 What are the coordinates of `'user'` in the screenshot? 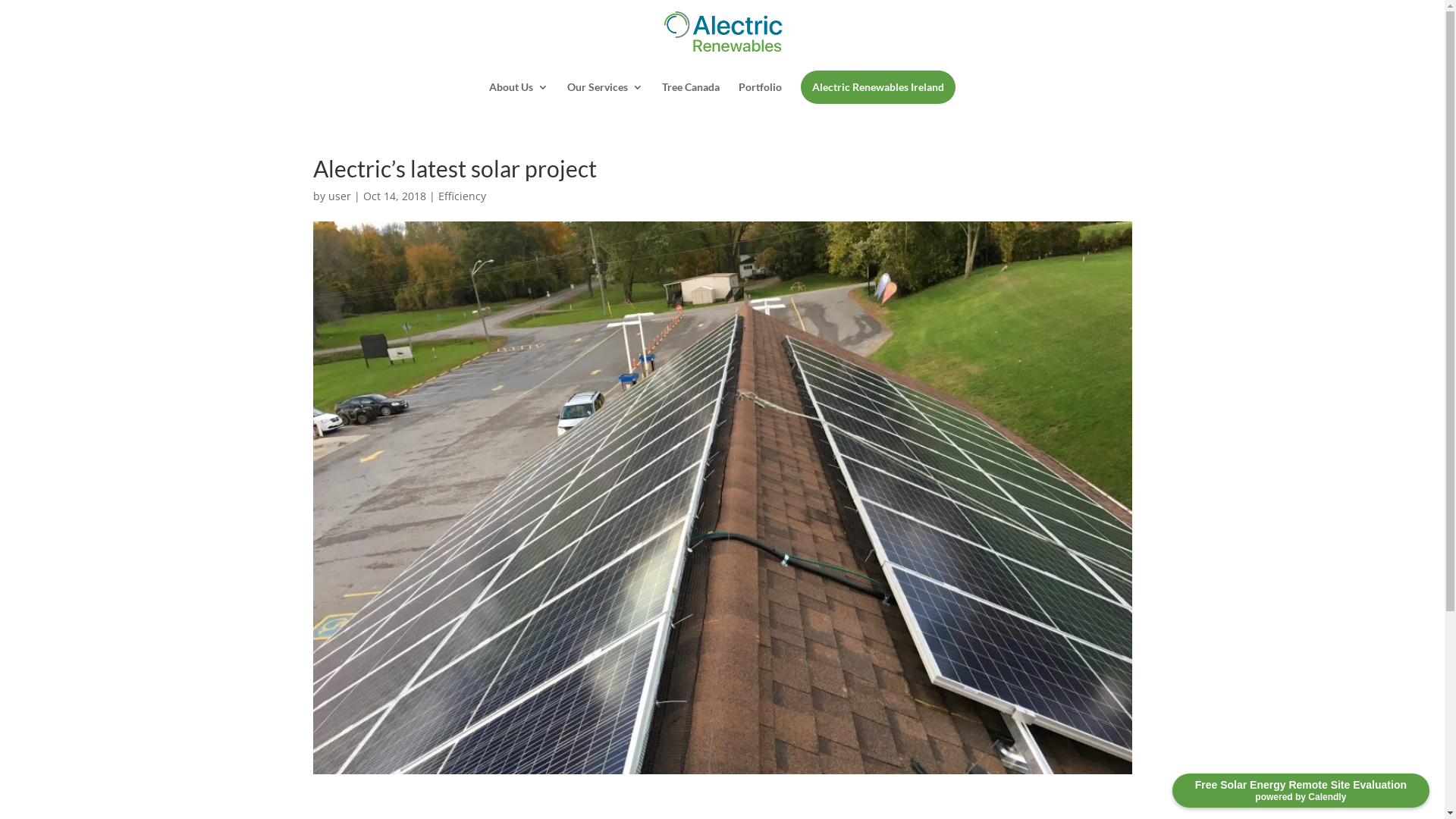 It's located at (337, 195).